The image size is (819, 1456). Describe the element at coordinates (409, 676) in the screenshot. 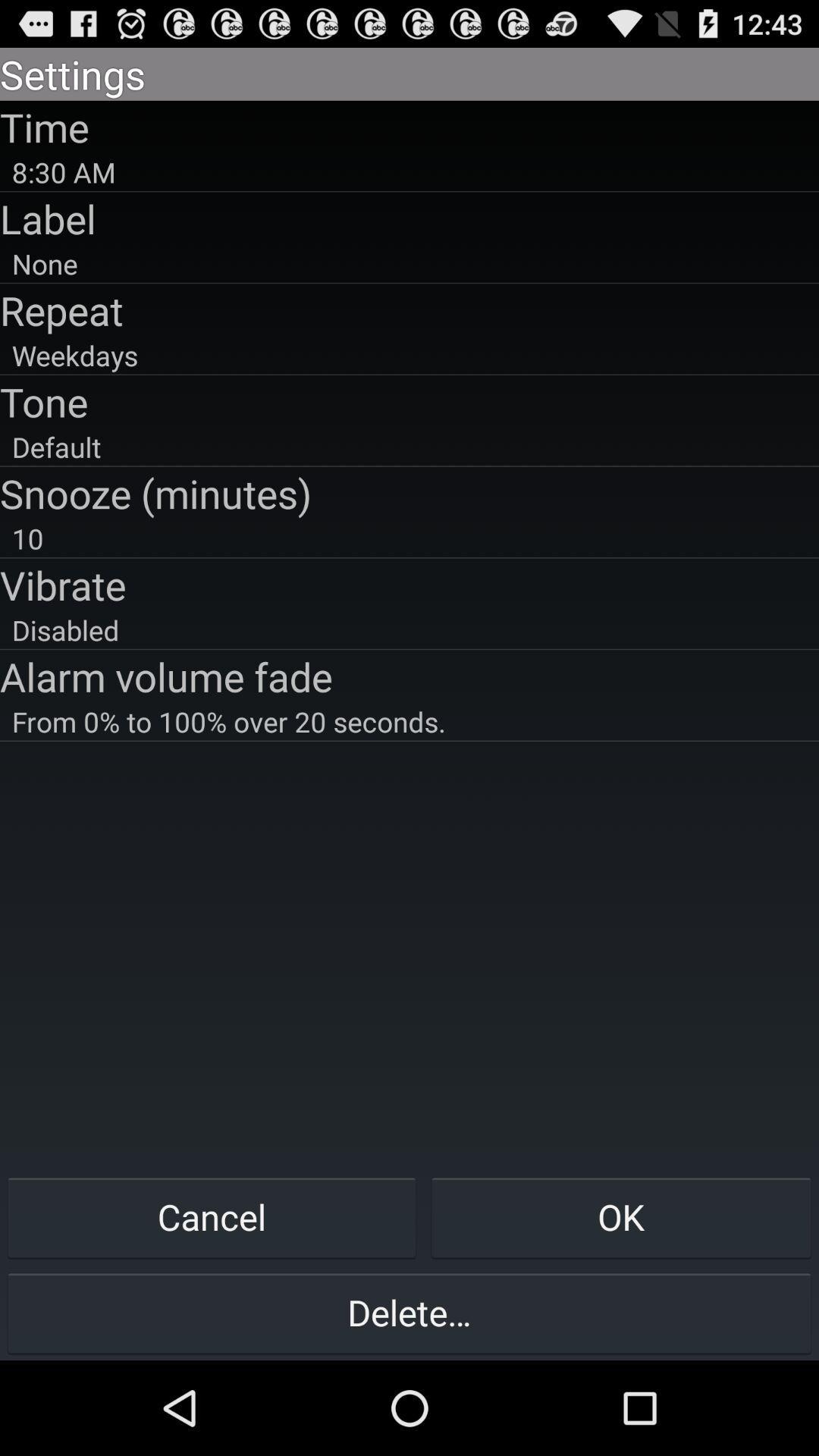

I see `alarm volume fade icon` at that location.